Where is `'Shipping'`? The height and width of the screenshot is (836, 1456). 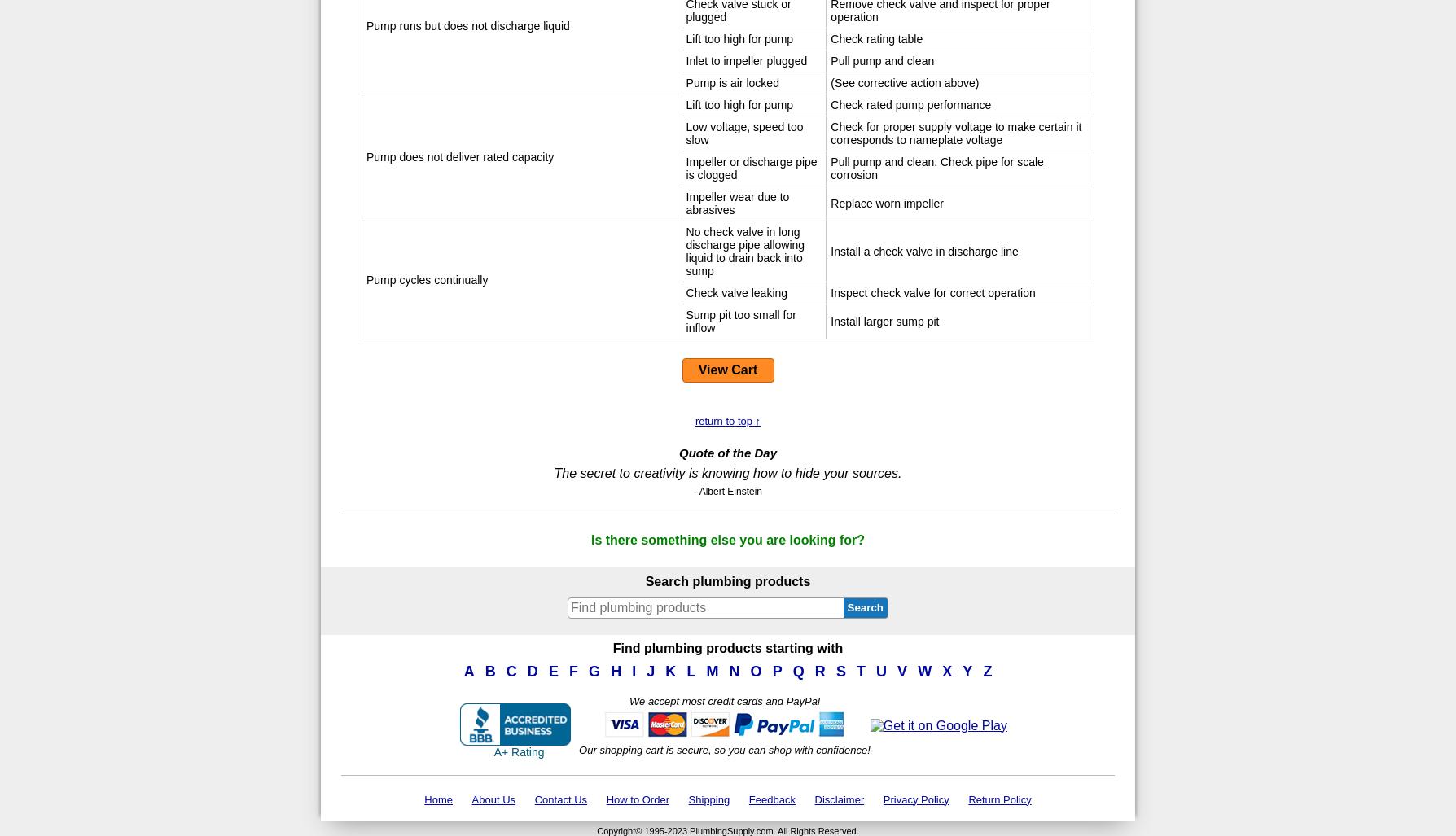 'Shipping' is located at coordinates (708, 798).